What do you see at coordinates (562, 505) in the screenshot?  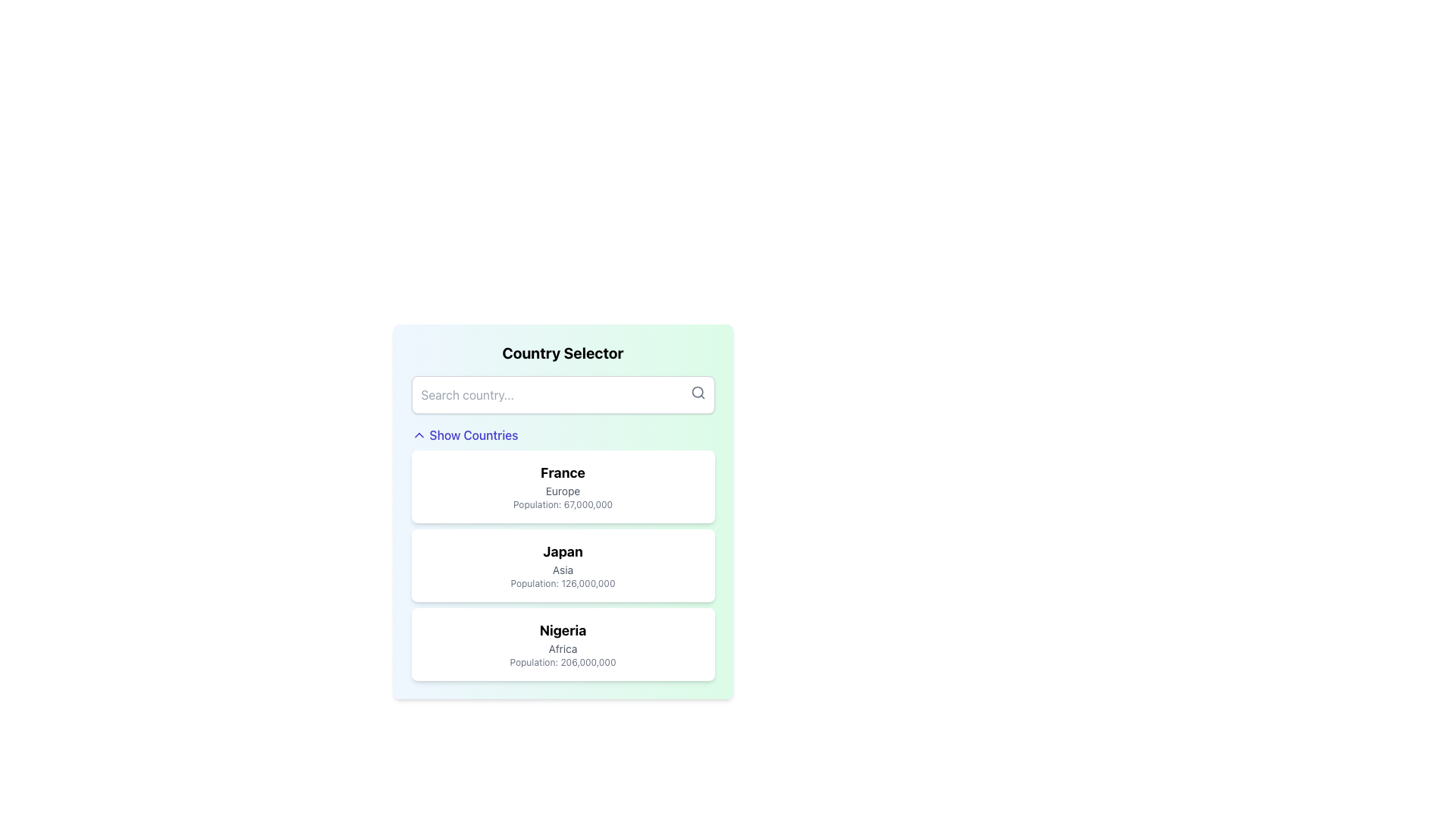 I see `the Text Label displaying the population information of France, located at the bottom of the card representing the country` at bounding box center [562, 505].